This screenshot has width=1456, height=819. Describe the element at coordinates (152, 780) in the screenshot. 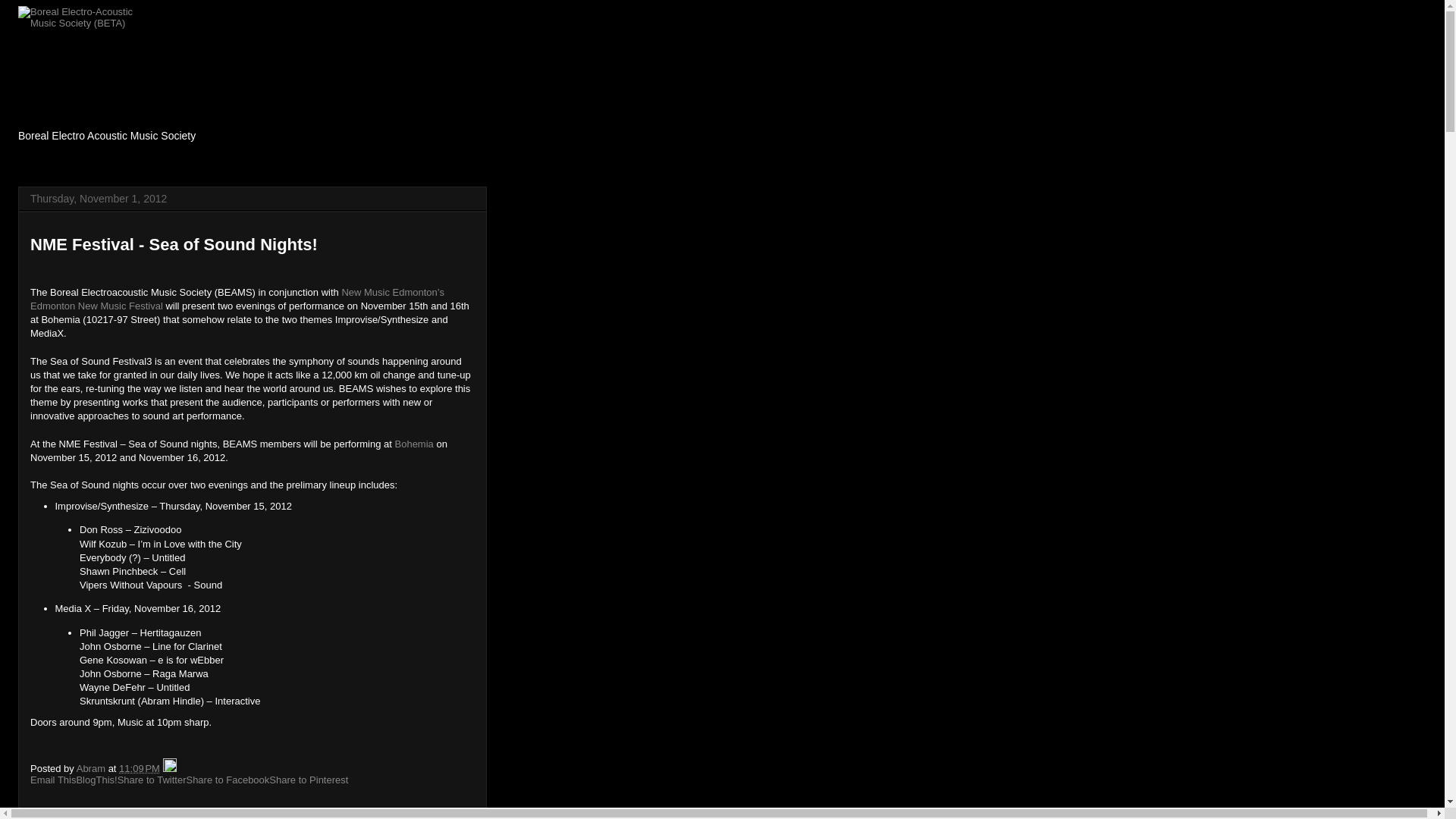

I see `'Share to Twitter'` at that location.